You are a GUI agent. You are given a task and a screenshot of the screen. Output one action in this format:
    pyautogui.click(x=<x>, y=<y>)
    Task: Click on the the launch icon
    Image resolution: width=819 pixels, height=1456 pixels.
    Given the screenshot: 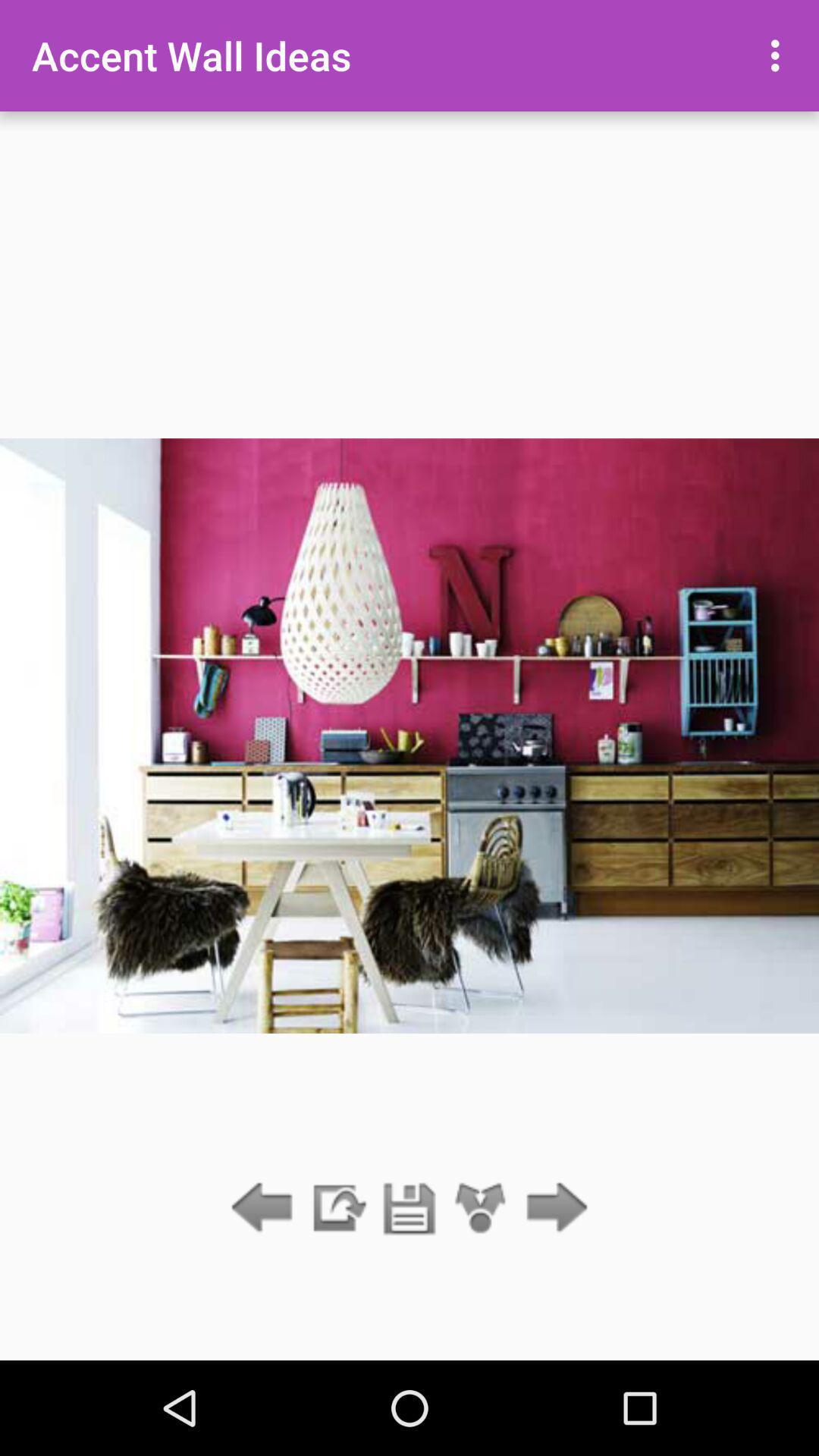 What is the action you would take?
    pyautogui.click(x=337, y=1208)
    